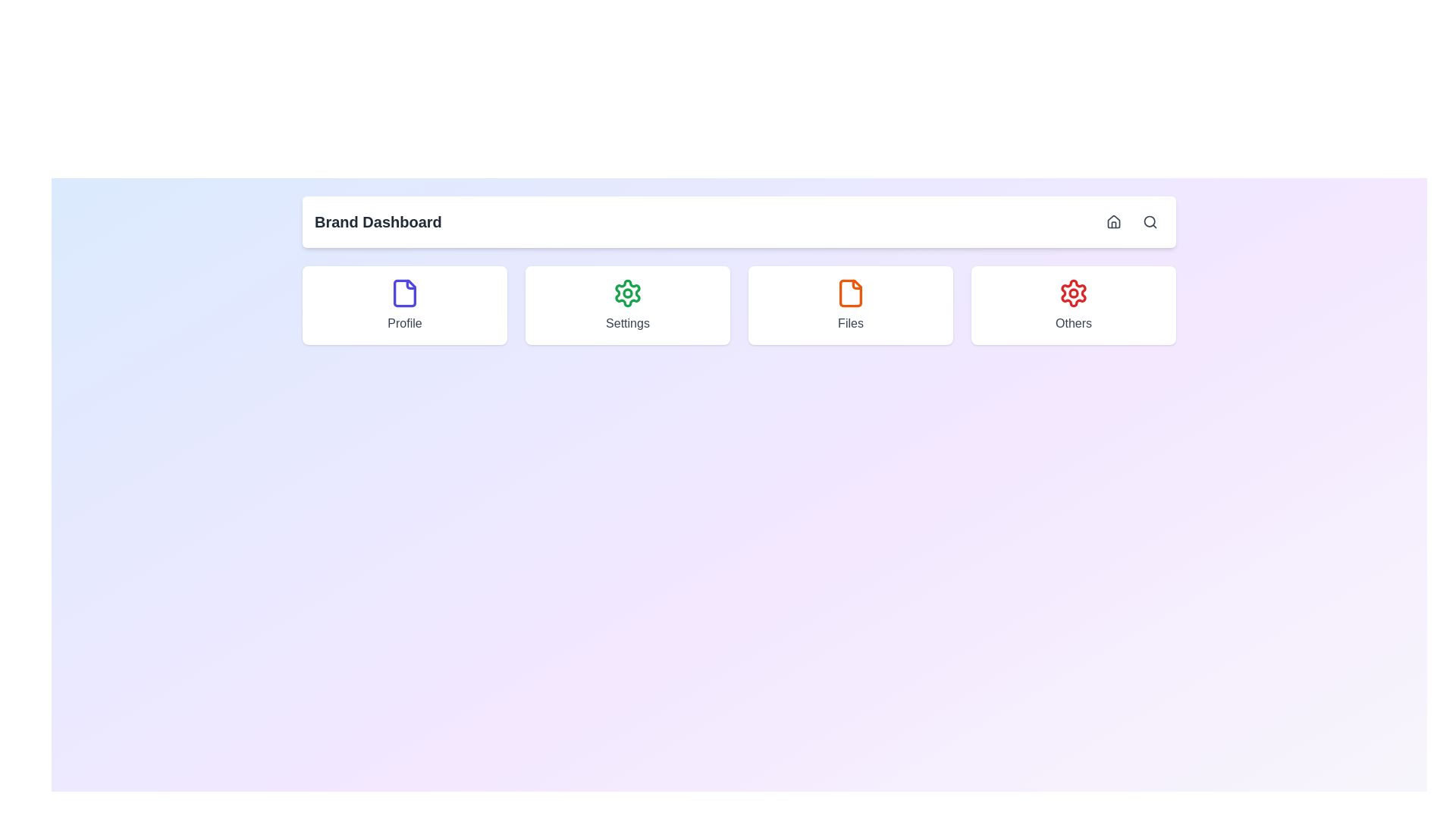  I want to click on the search button located at the top right portion of the bar to change its background color, so click(1150, 222).